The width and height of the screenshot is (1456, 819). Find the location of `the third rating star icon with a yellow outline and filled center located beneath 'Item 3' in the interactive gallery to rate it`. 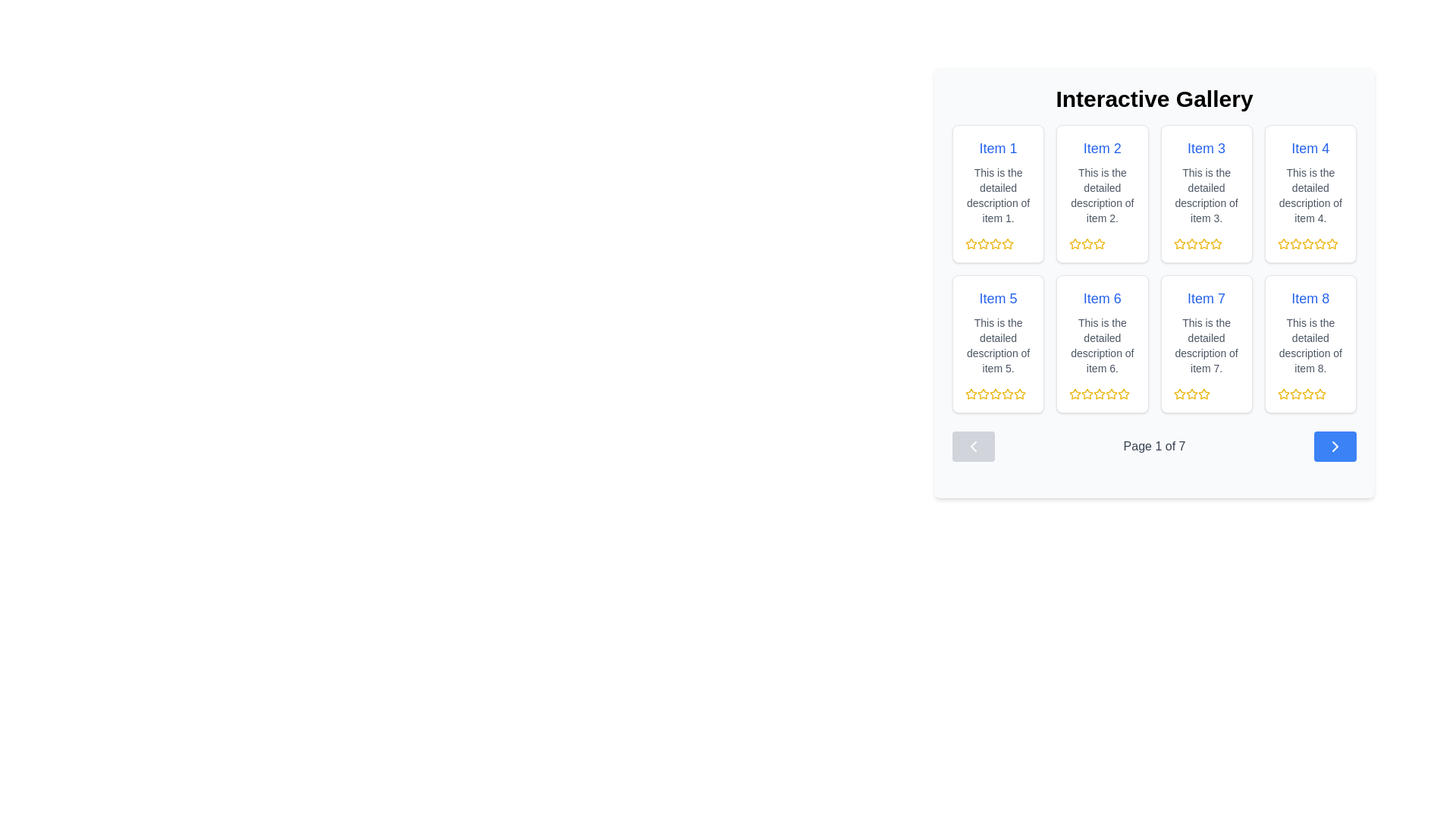

the third rating star icon with a yellow outline and filled center located beneath 'Item 3' in the interactive gallery to rate it is located at coordinates (1191, 243).